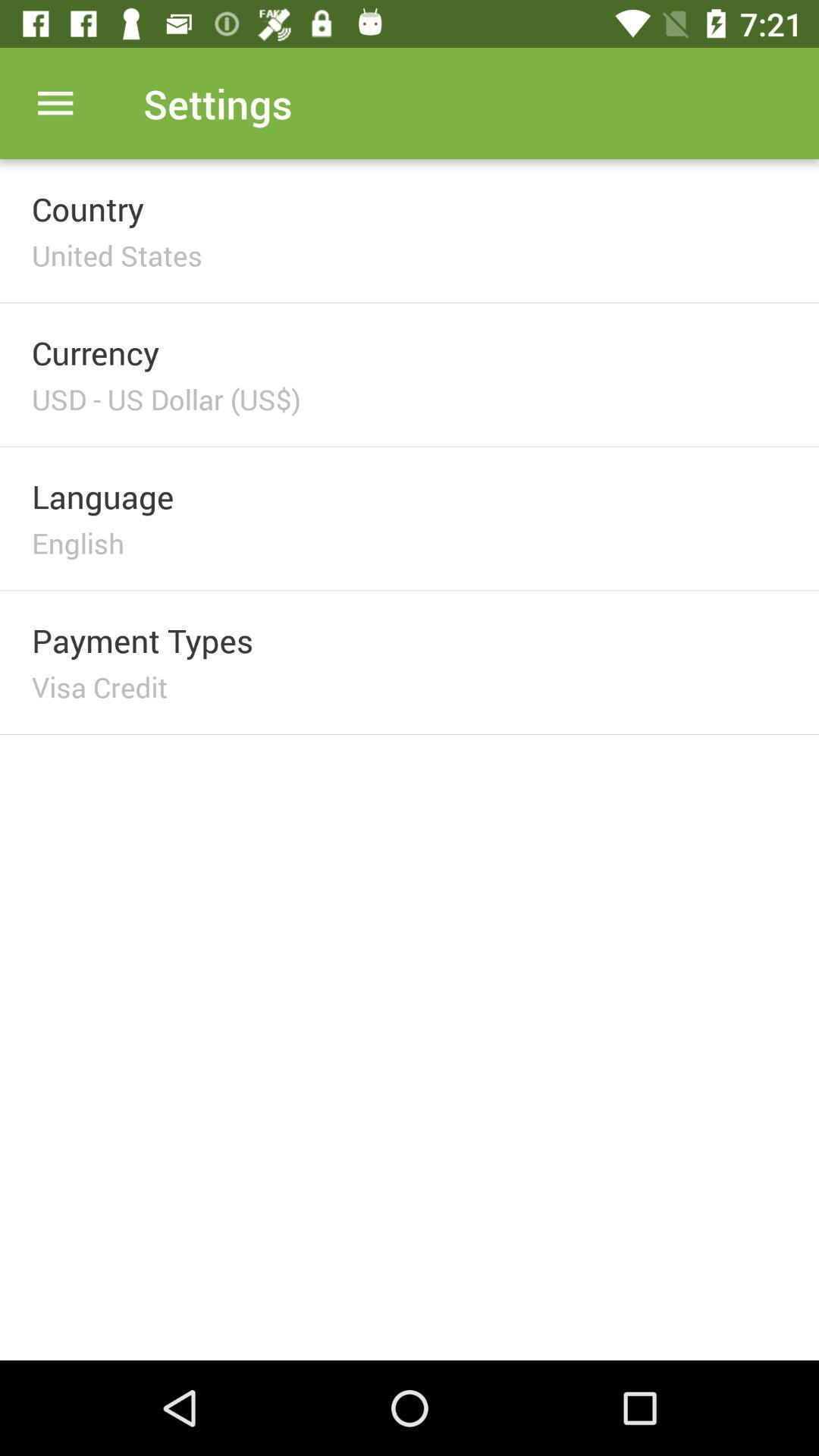  Describe the element at coordinates (55, 102) in the screenshot. I see `the icon above country` at that location.